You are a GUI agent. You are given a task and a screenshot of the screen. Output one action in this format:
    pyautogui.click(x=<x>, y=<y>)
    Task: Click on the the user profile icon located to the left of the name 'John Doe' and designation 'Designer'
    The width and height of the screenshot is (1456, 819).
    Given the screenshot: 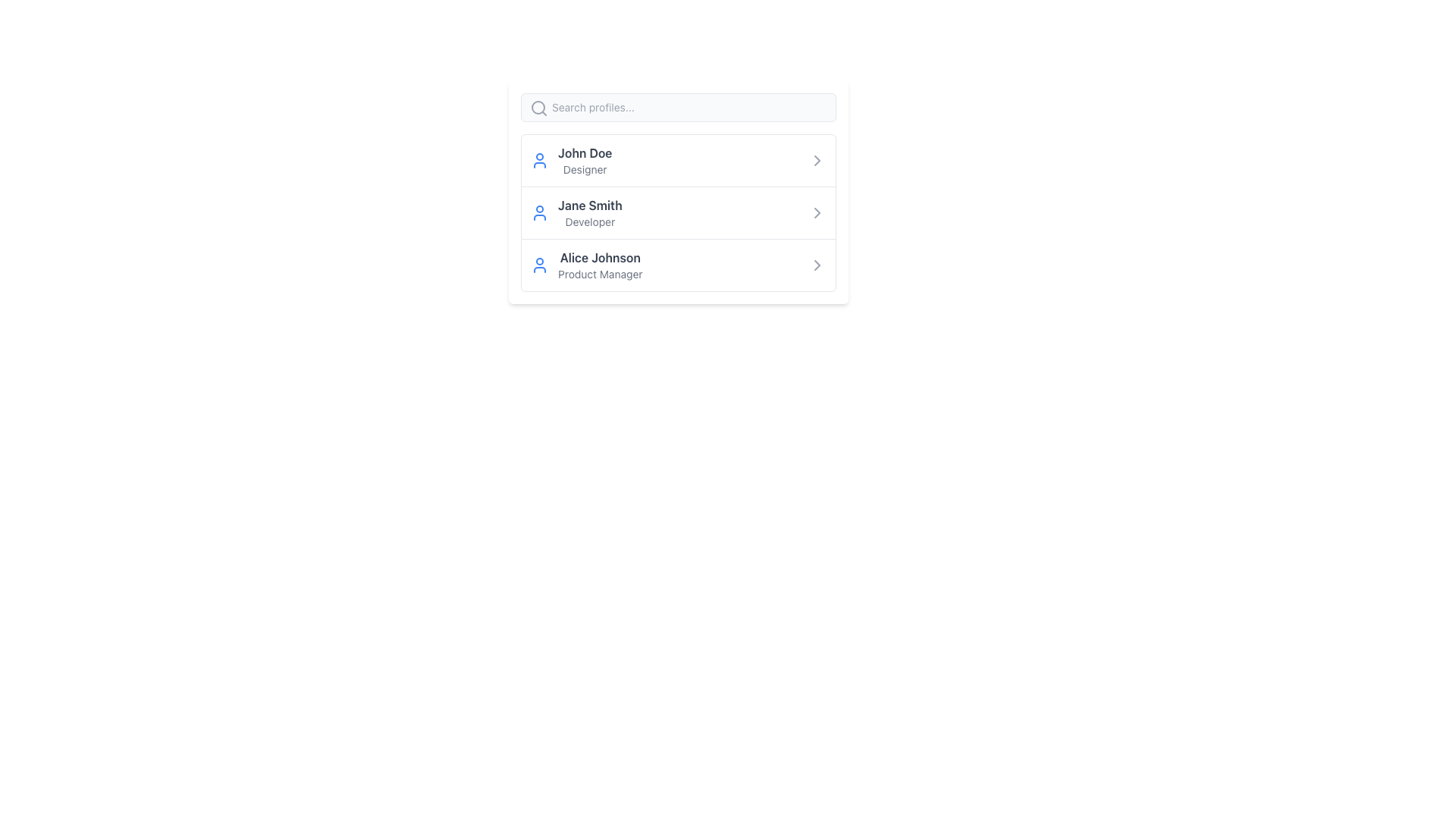 What is the action you would take?
    pyautogui.click(x=539, y=161)
    